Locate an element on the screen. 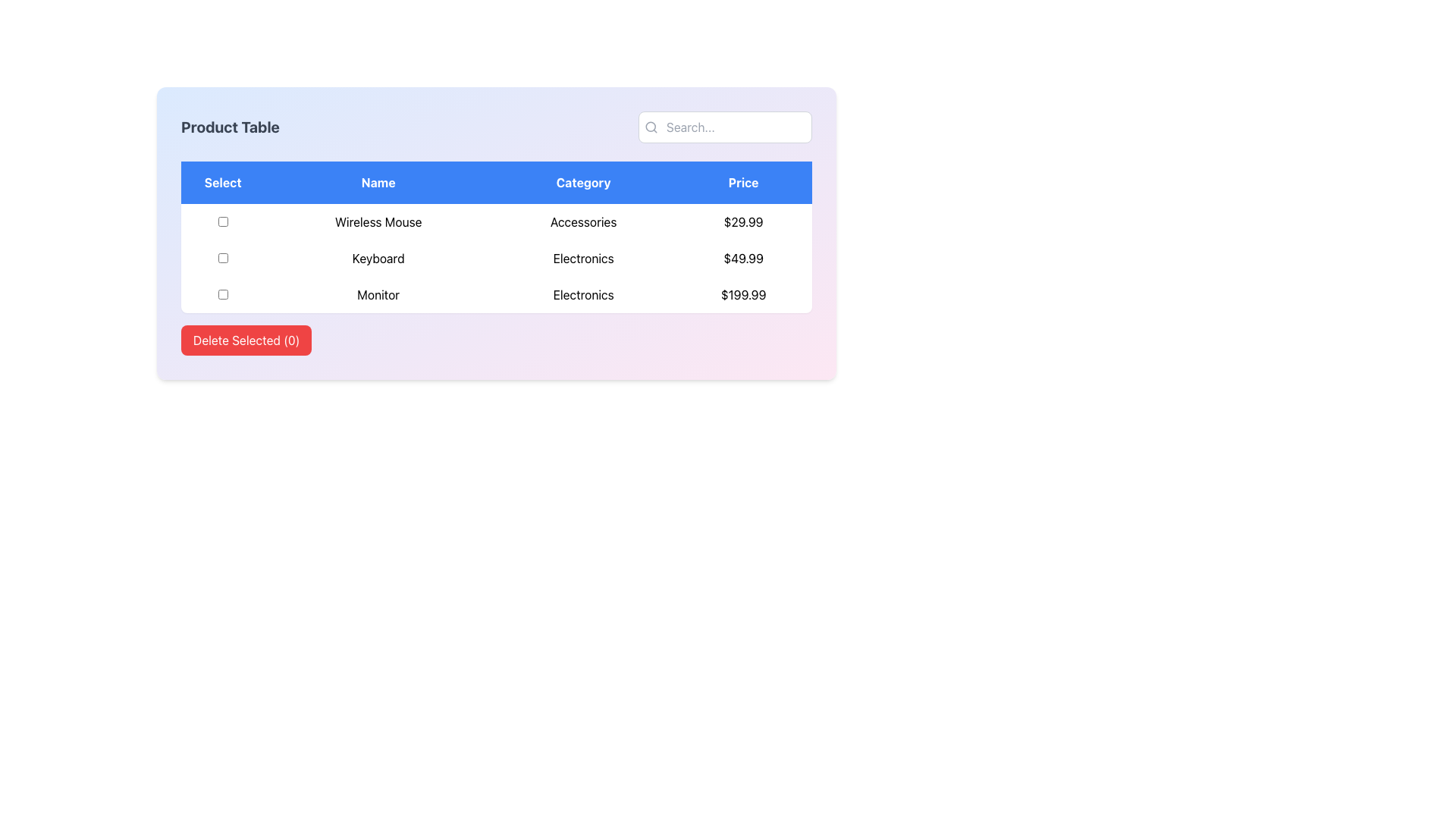 This screenshot has height=819, width=1456. the 'Wireless Mouse' category text label located in the first row under the 'Category' column, positioned between the 'Name' and 'Price' columns is located at coordinates (582, 222).